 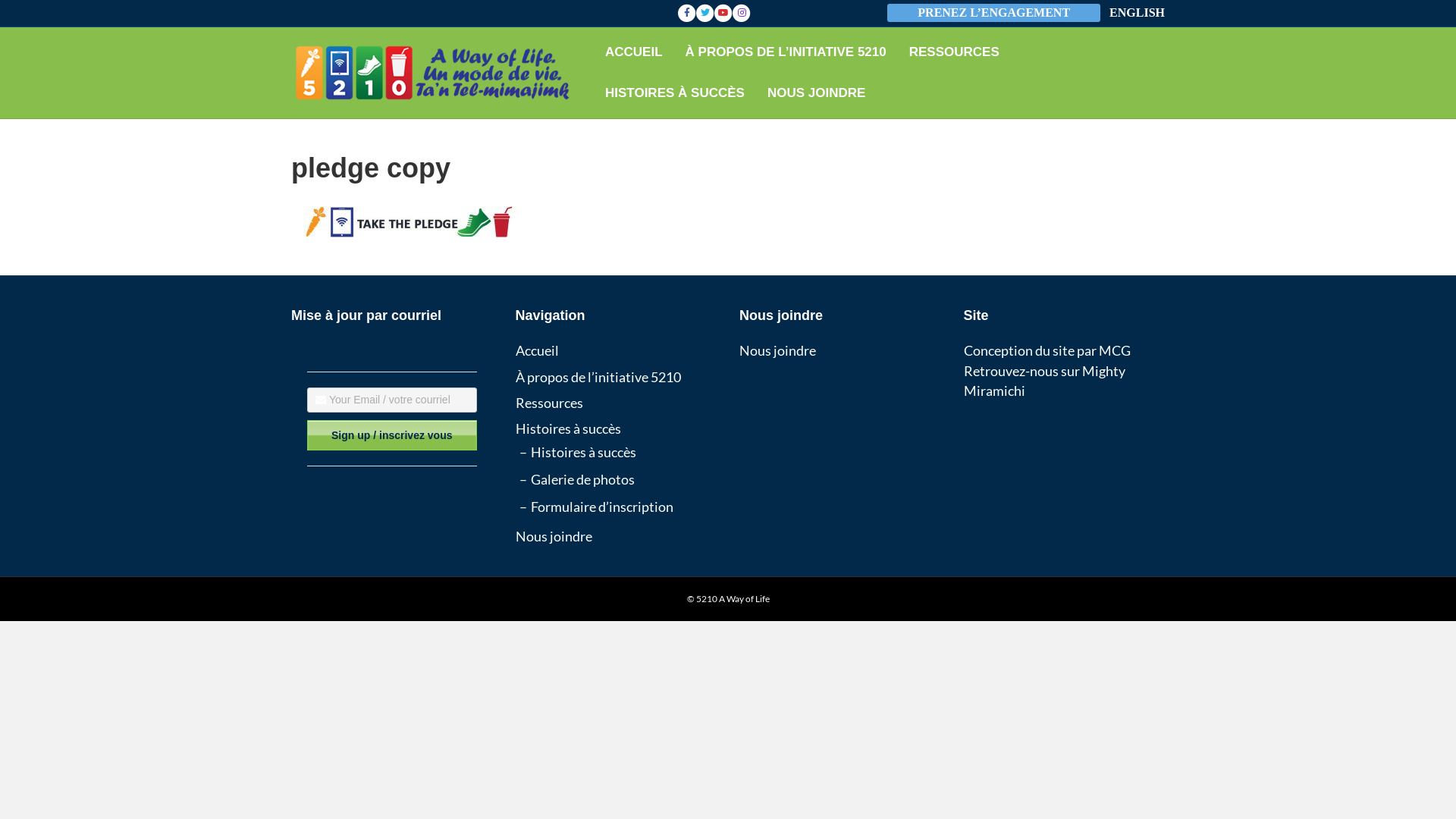 What do you see at coordinates (686, 12) in the screenshot?
I see `'Facebook'` at bounding box center [686, 12].